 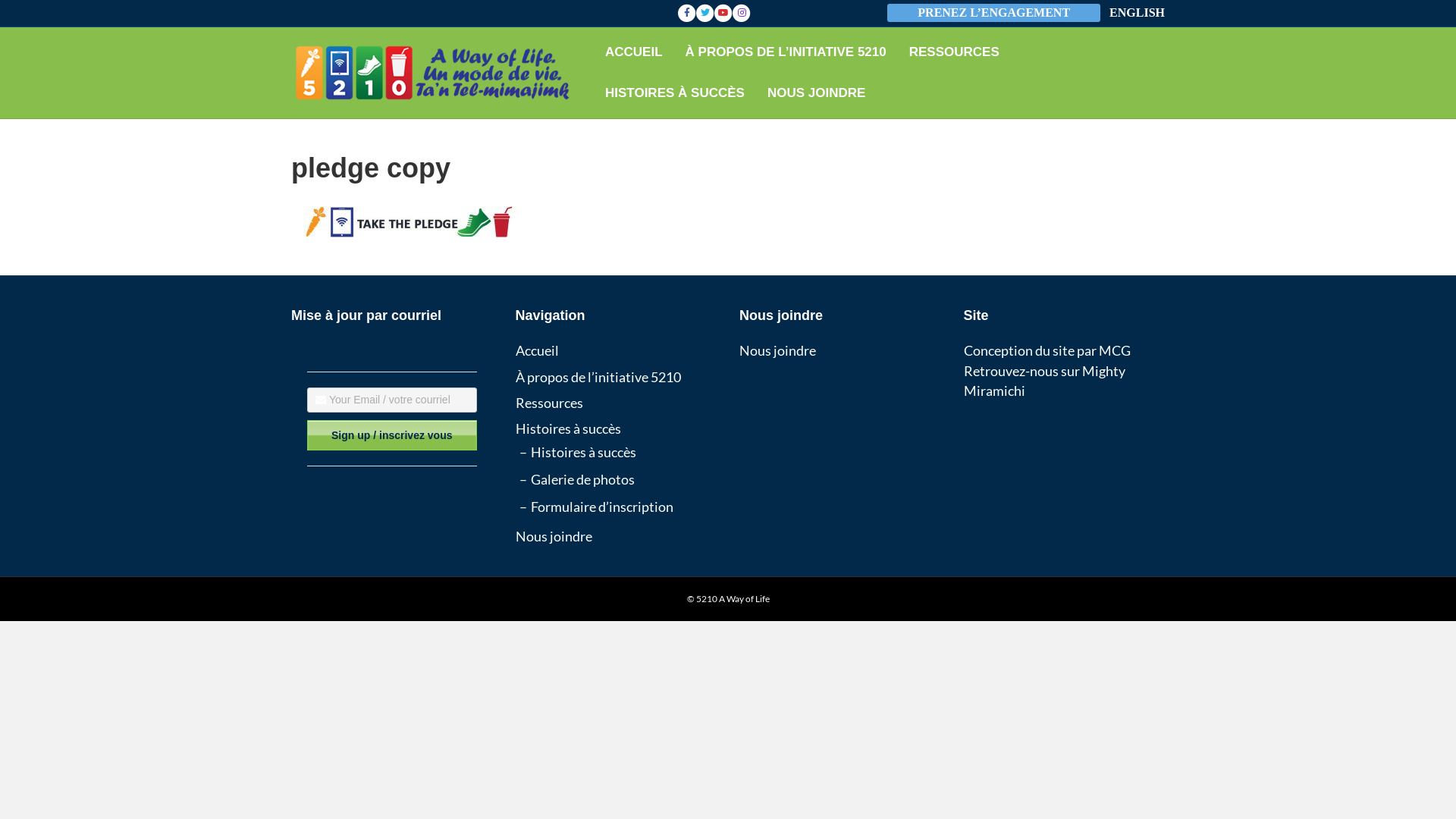 What do you see at coordinates (686, 12) in the screenshot?
I see `'Facebook'` at bounding box center [686, 12].